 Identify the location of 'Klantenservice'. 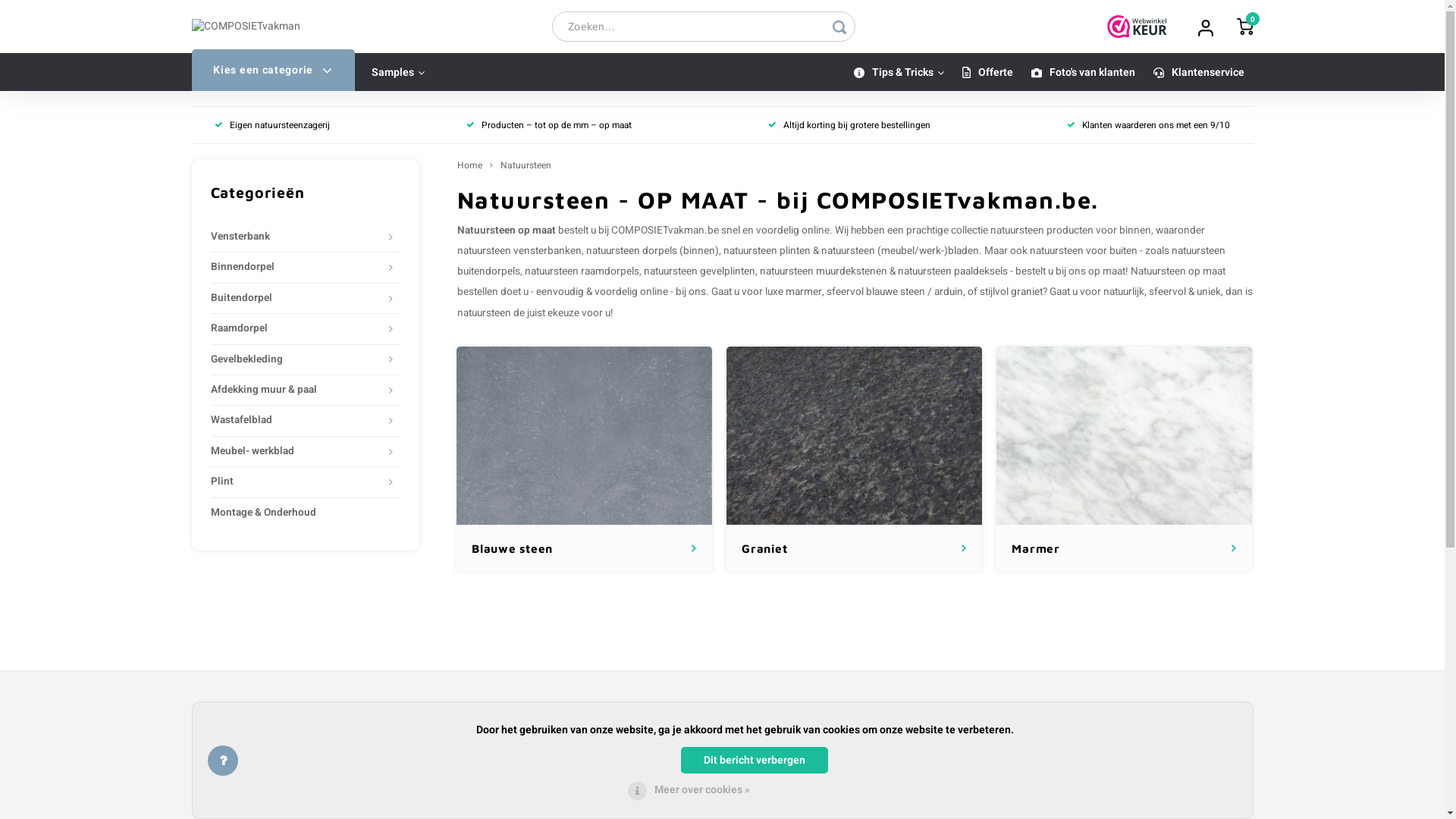
(1197, 73).